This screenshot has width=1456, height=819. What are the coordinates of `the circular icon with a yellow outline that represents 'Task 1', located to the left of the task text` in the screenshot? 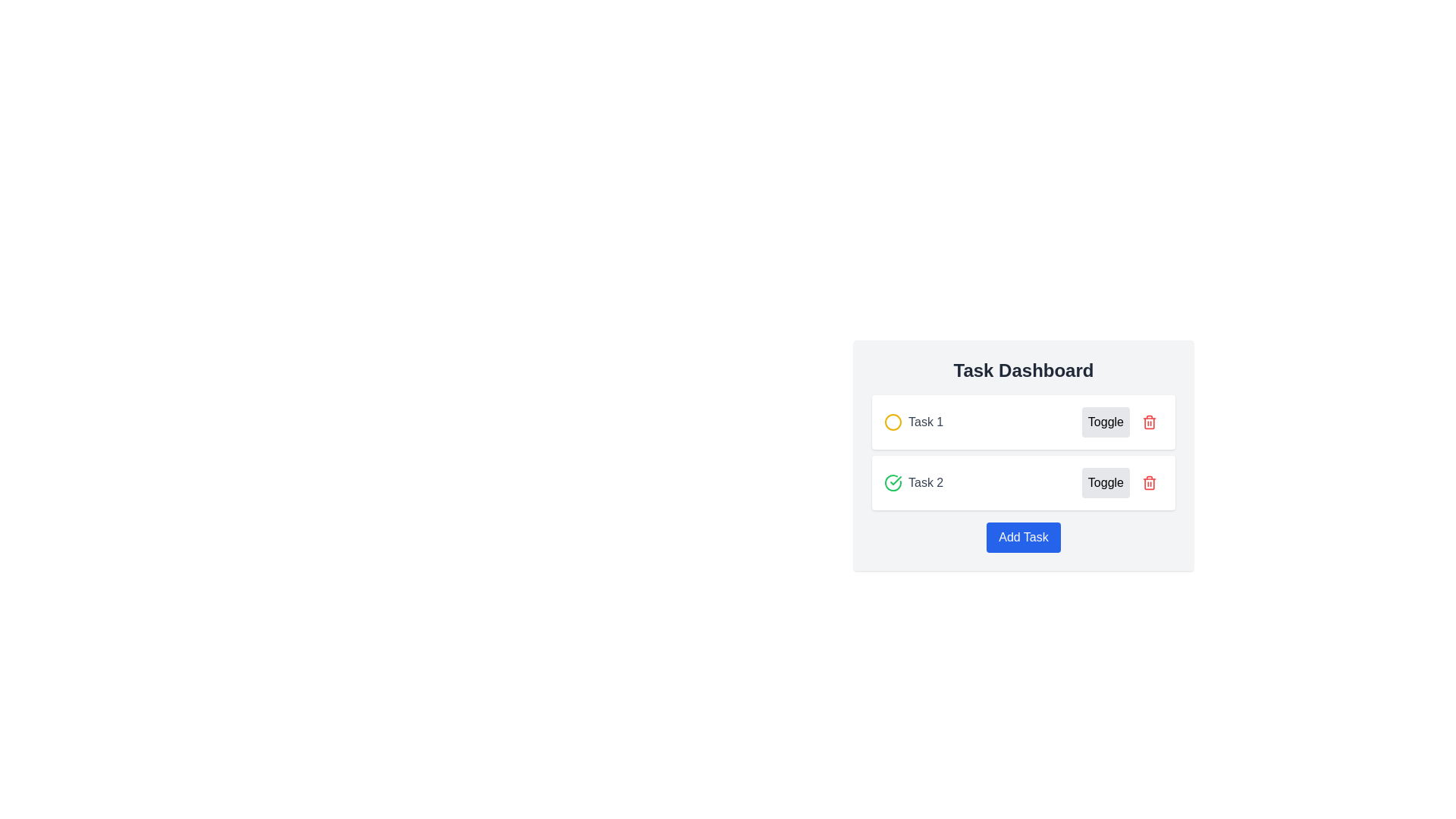 It's located at (893, 422).